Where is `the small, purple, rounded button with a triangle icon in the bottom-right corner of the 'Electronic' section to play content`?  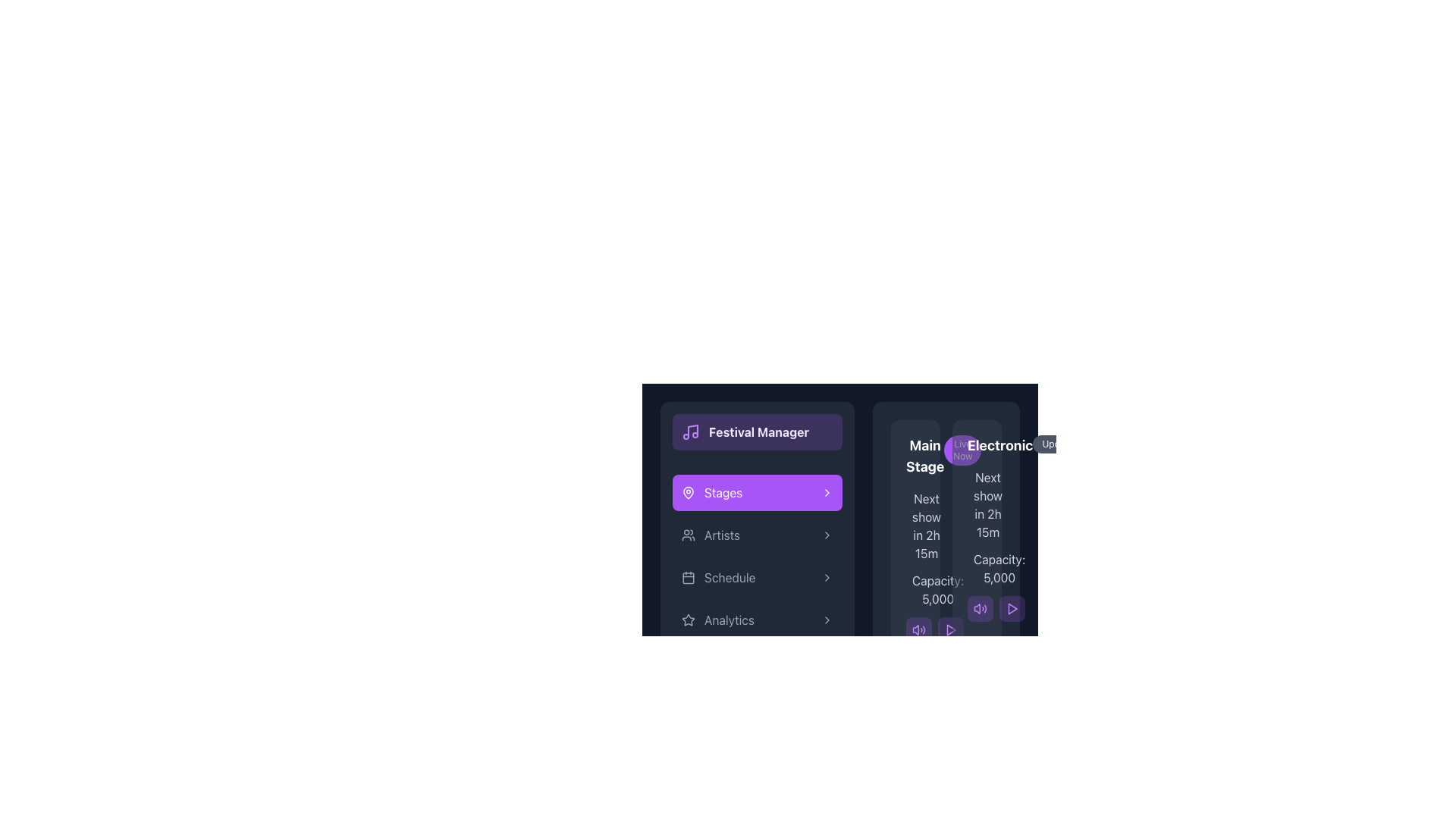 the small, purple, rounded button with a triangle icon in the bottom-right corner of the 'Electronic' section to play content is located at coordinates (1012, 607).